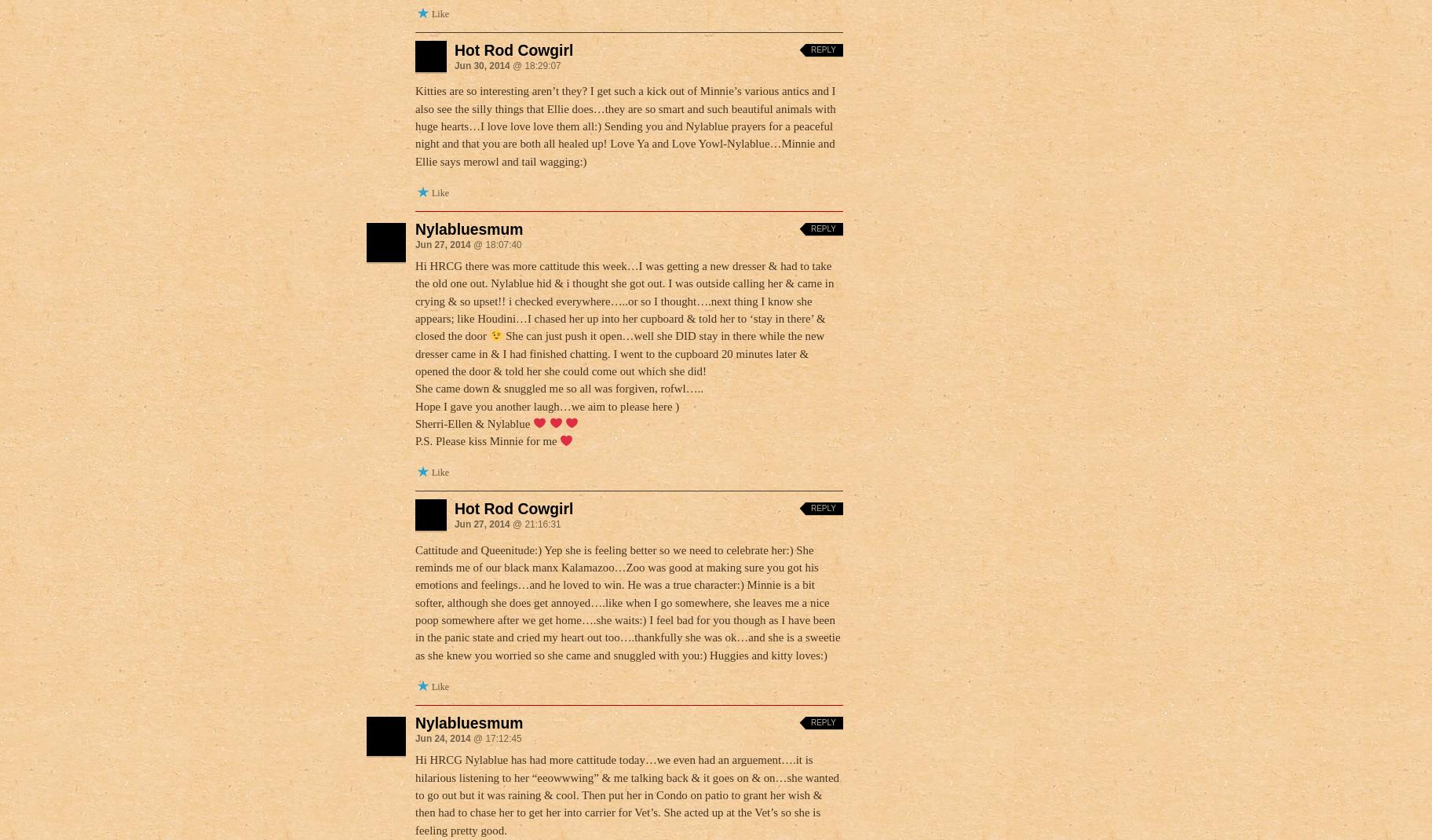 This screenshot has width=1432, height=840. What do you see at coordinates (473, 422) in the screenshot?
I see `'Sherri-Ellen & Nylablue'` at bounding box center [473, 422].